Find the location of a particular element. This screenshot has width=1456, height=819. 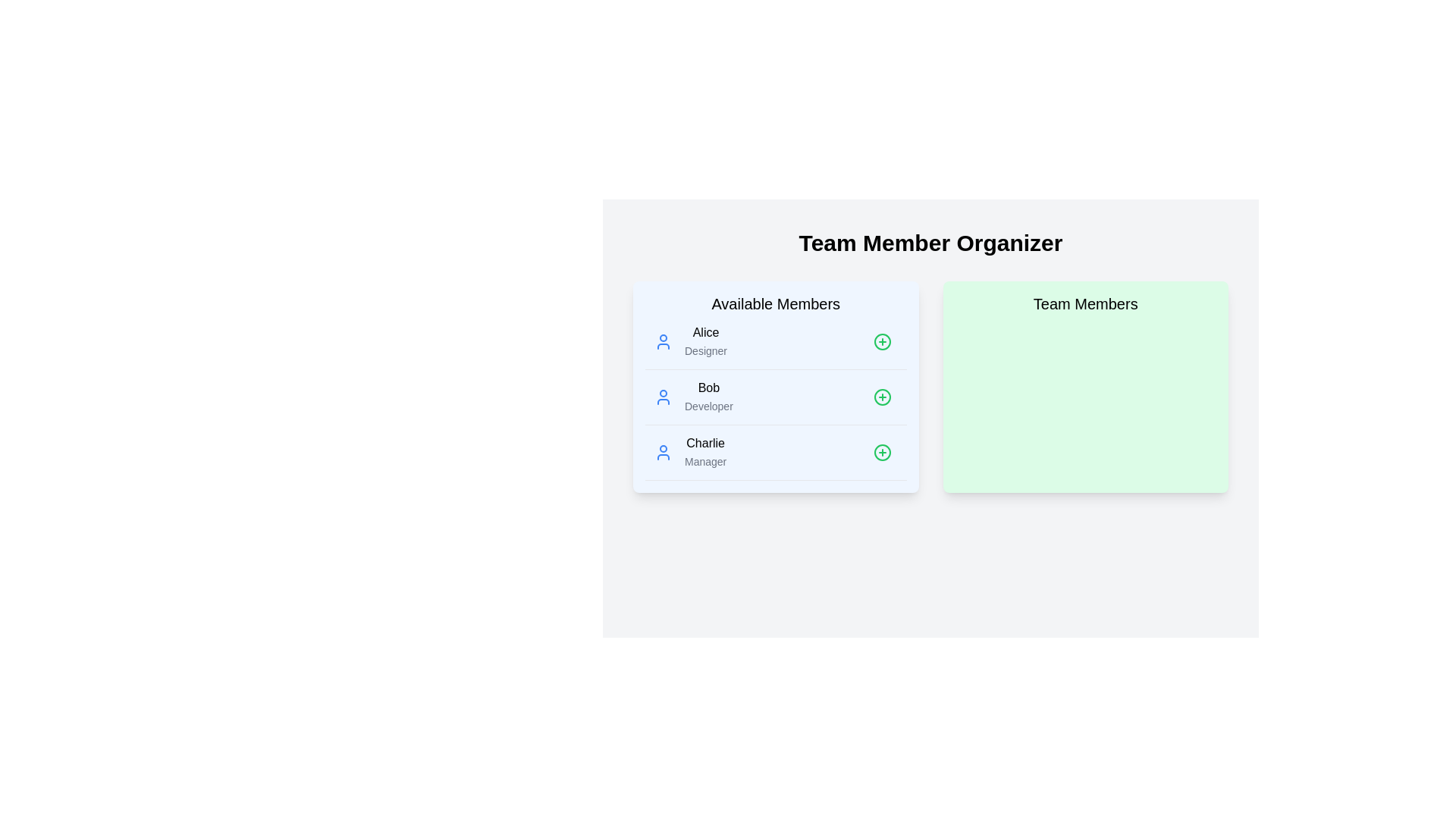

the Text block displaying the name 'Bob' in bold text, which is positioned in the second row of the 'Available Members' panel, directly below 'Alice/Designer' and above 'Charlie/Manager' is located at coordinates (708, 397).